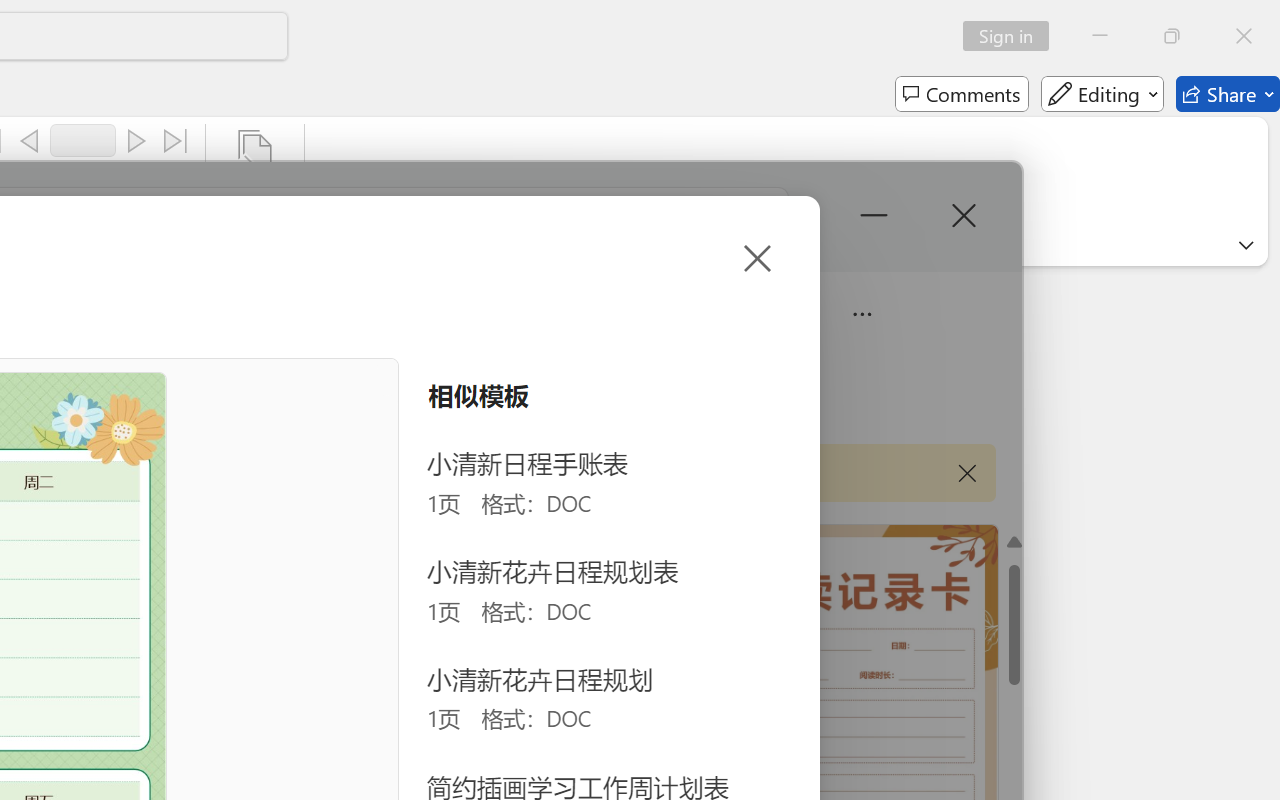  What do you see at coordinates (135, 141) in the screenshot?
I see `'Next'` at bounding box center [135, 141].